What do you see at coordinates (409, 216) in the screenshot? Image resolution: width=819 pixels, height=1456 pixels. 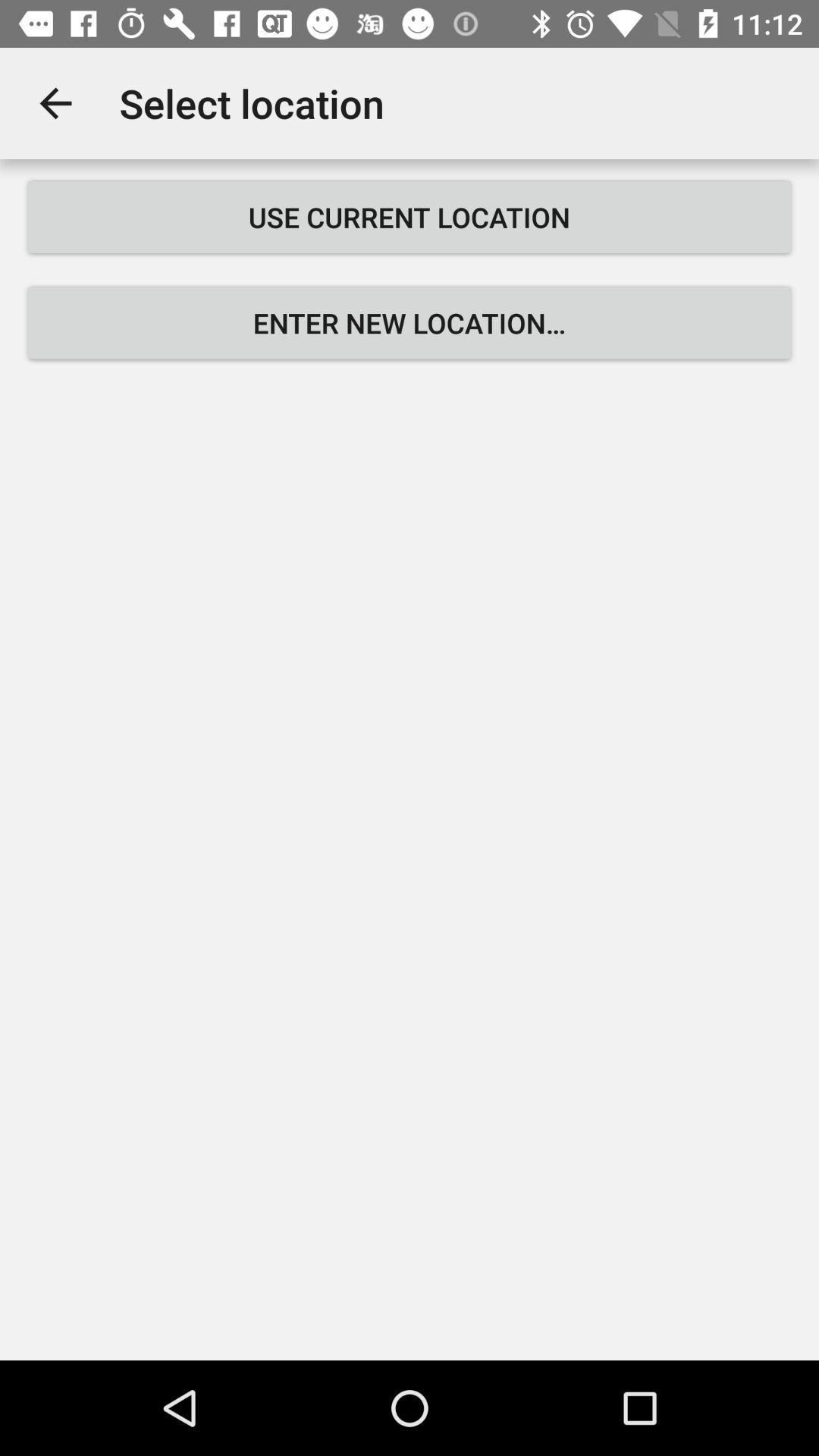 I see `the use current location` at bounding box center [409, 216].